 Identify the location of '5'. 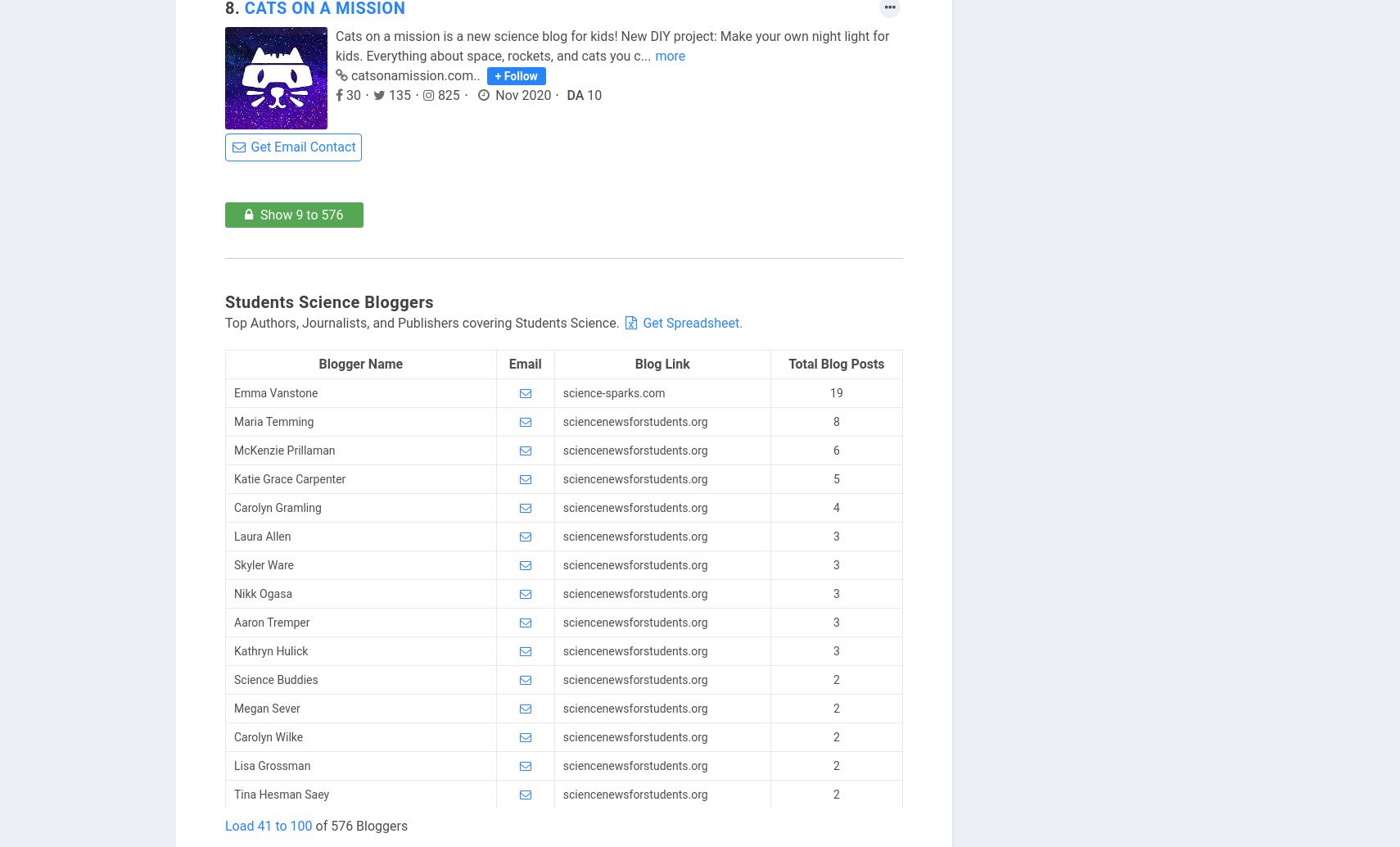
(835, 478).